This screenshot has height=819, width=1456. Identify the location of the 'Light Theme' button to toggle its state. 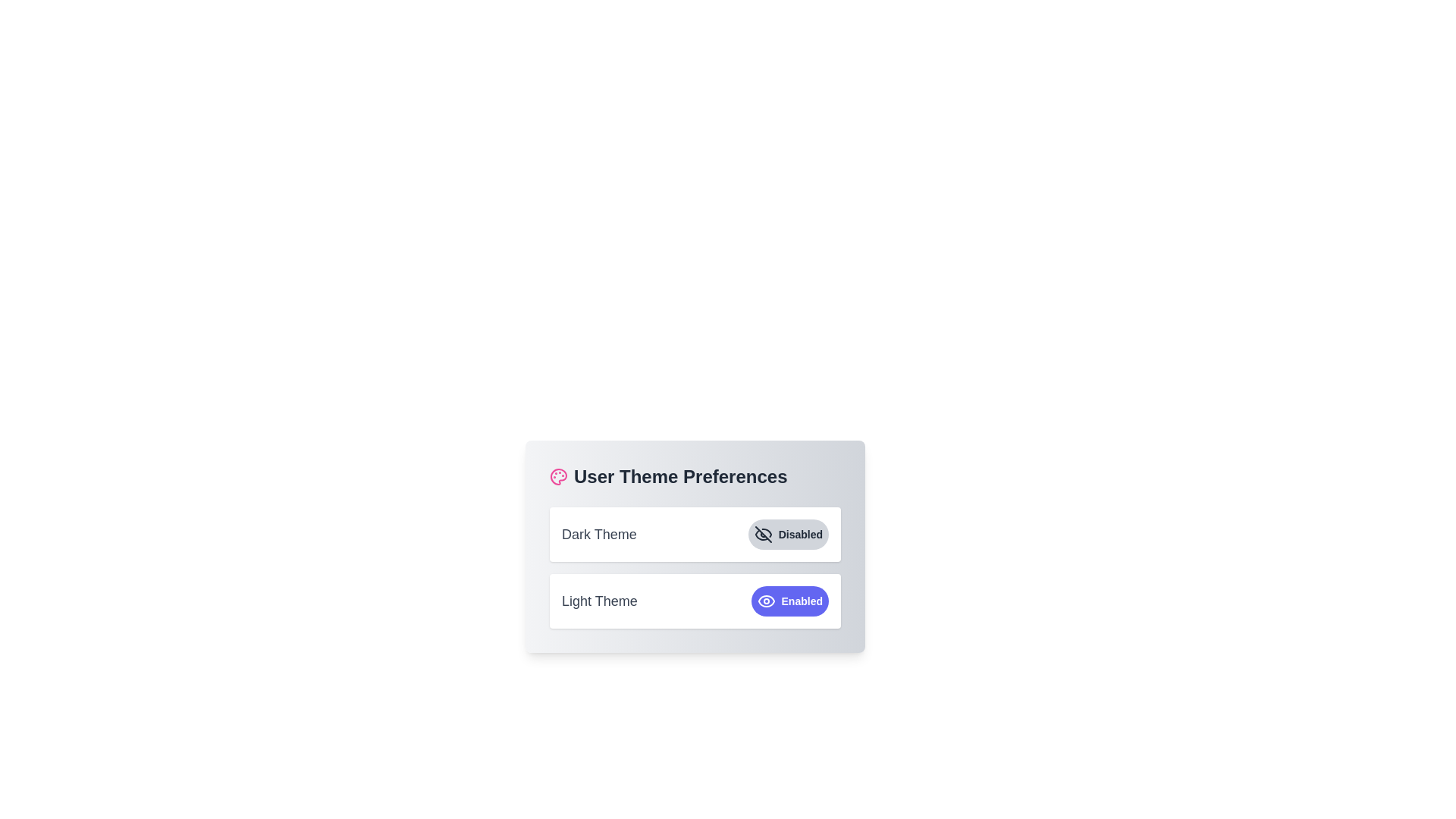
(789, 601).